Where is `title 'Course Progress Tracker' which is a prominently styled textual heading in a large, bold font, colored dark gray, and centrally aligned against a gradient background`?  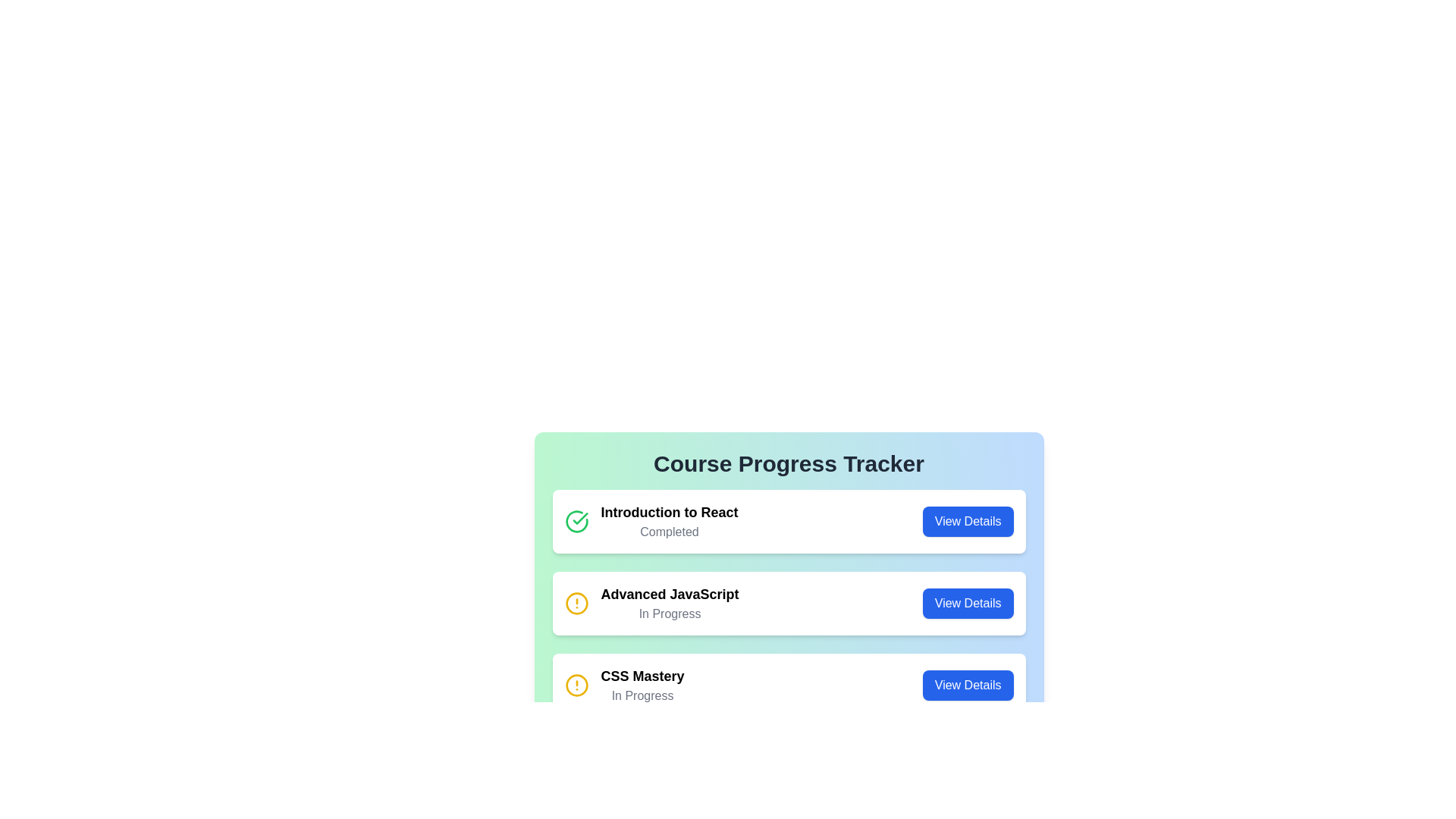
title 'Course Progress Tracker' which is a prominently styled textual heading in a large, bold font, colored dark gray, and centrally aligned against a gradient background is located at coordinates (789, 463).